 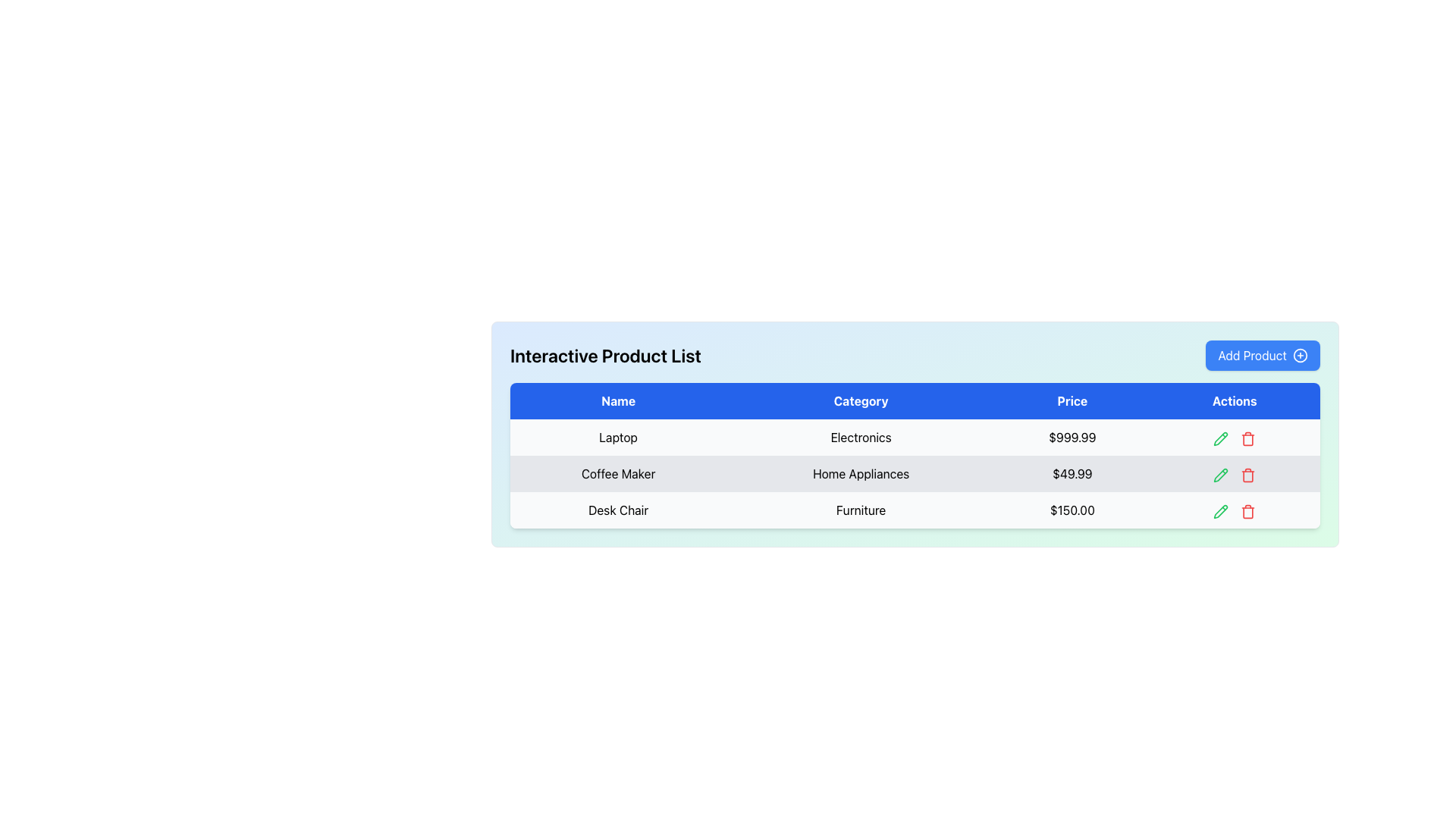 What do you see at coordinates (1221, 474) in the screenshot?
I see `the edit icon button in the Actions column of the second row to initiate edit mode for the product 'Coffee Maker'` at bounding box center [1221, 474].